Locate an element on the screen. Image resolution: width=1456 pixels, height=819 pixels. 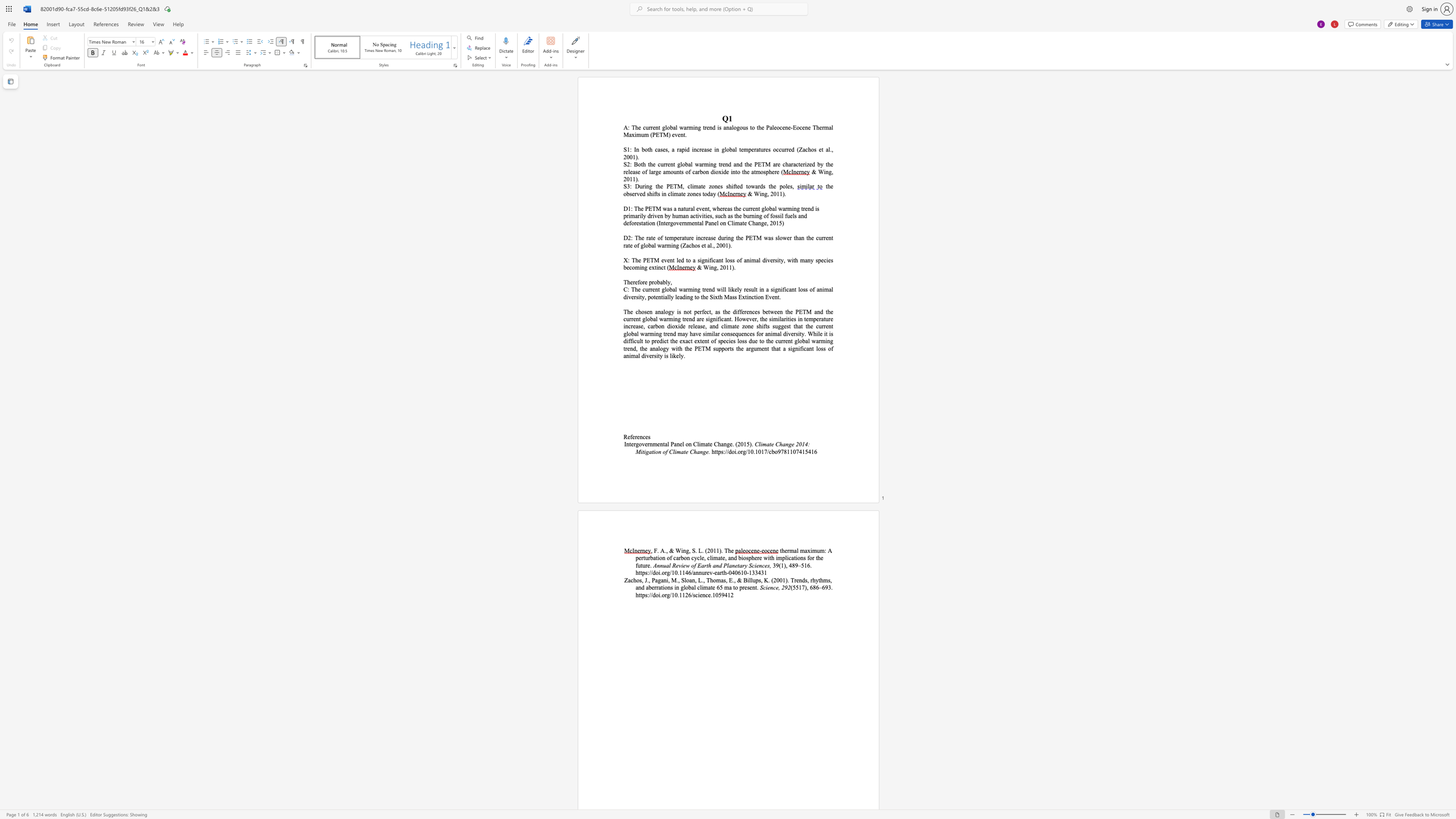
the subset text "ETM event led to a signifi" within the text "X: The PETM event led to a significant loss of animal diversity, with many species becoming extinct (" is located at coordinates (645, 259).